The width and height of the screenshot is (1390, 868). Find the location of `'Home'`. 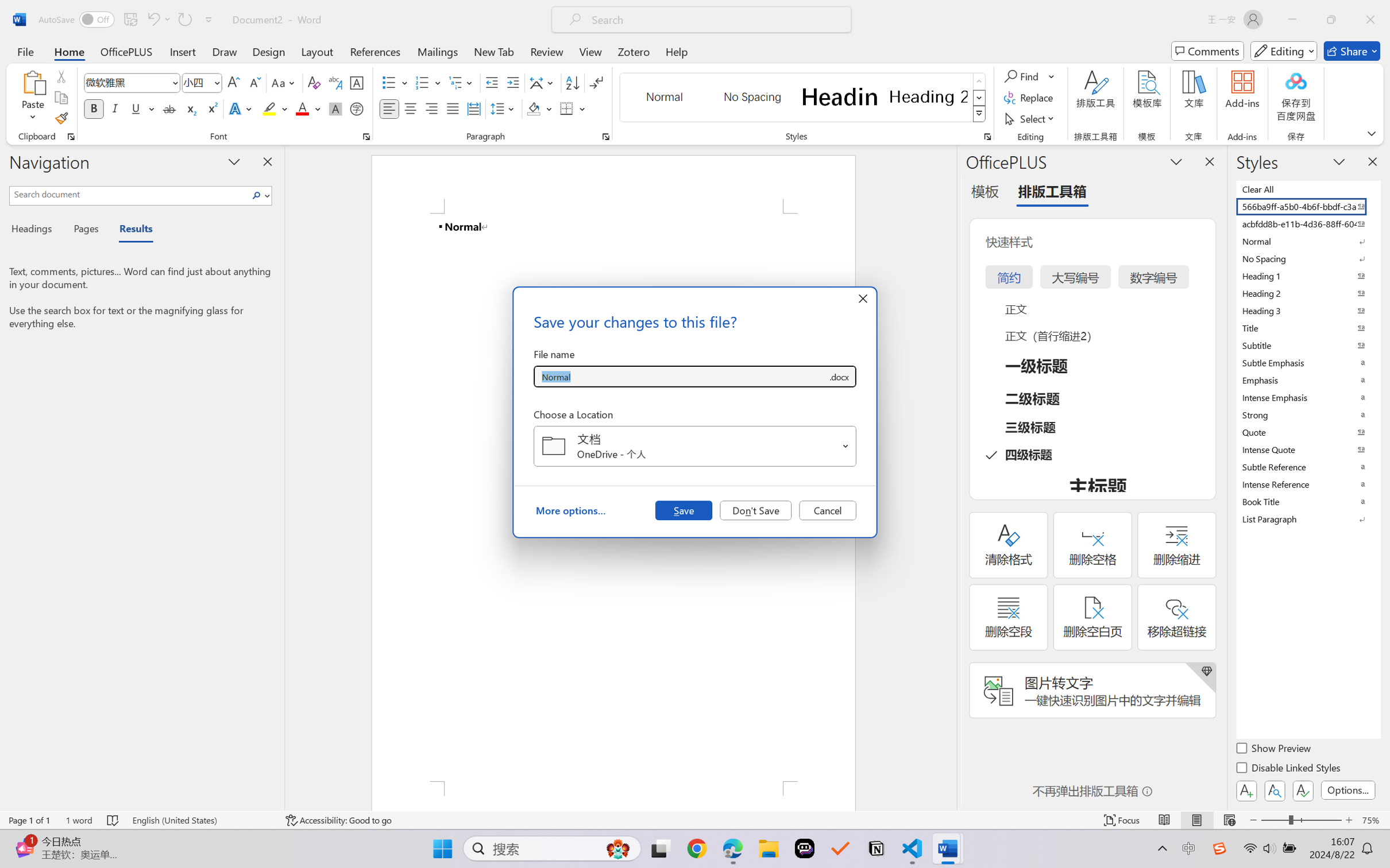

'Home' is located at coordinates (69, 51).